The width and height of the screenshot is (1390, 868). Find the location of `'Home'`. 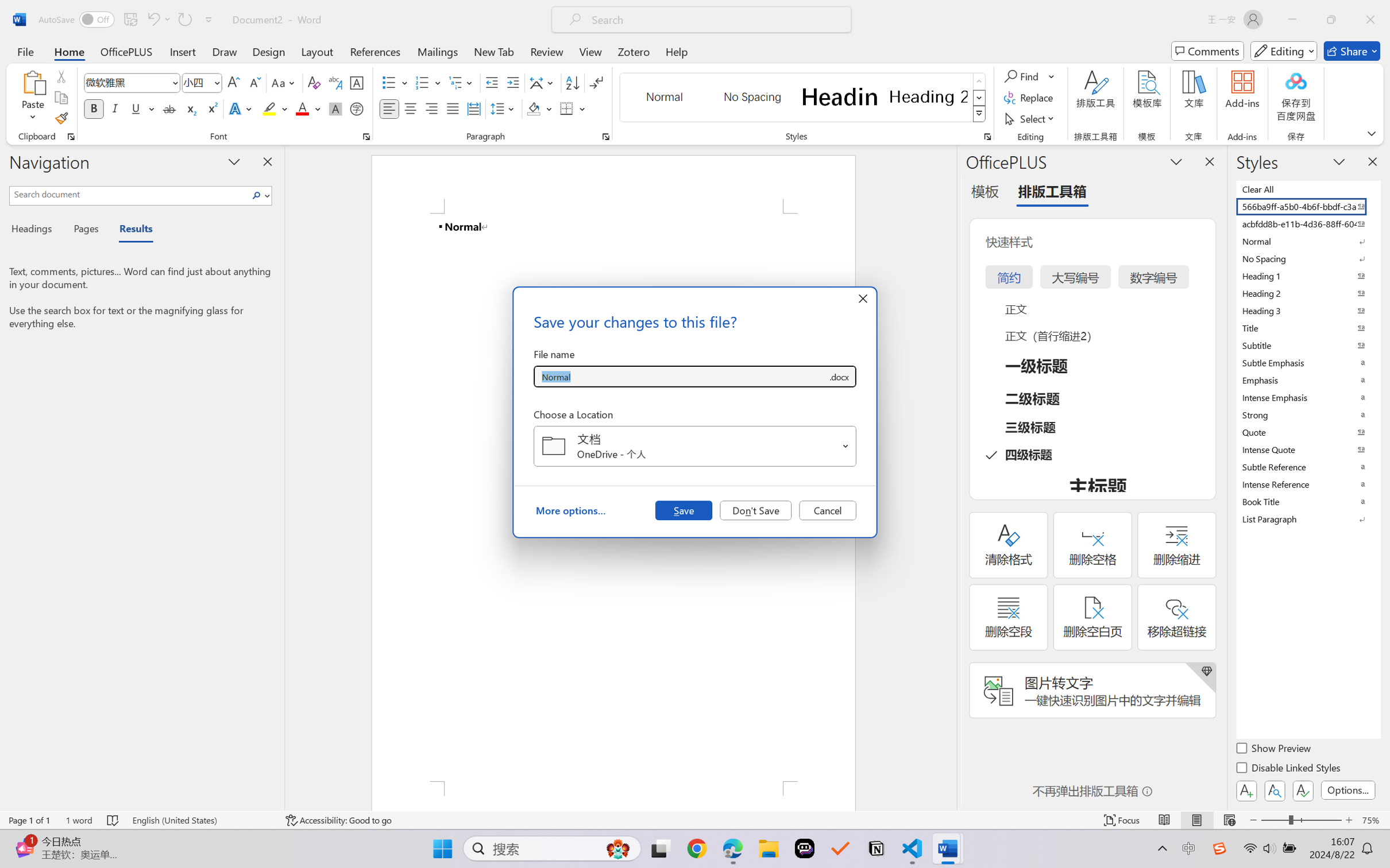

'Home' is located at coordinates (69, 51).